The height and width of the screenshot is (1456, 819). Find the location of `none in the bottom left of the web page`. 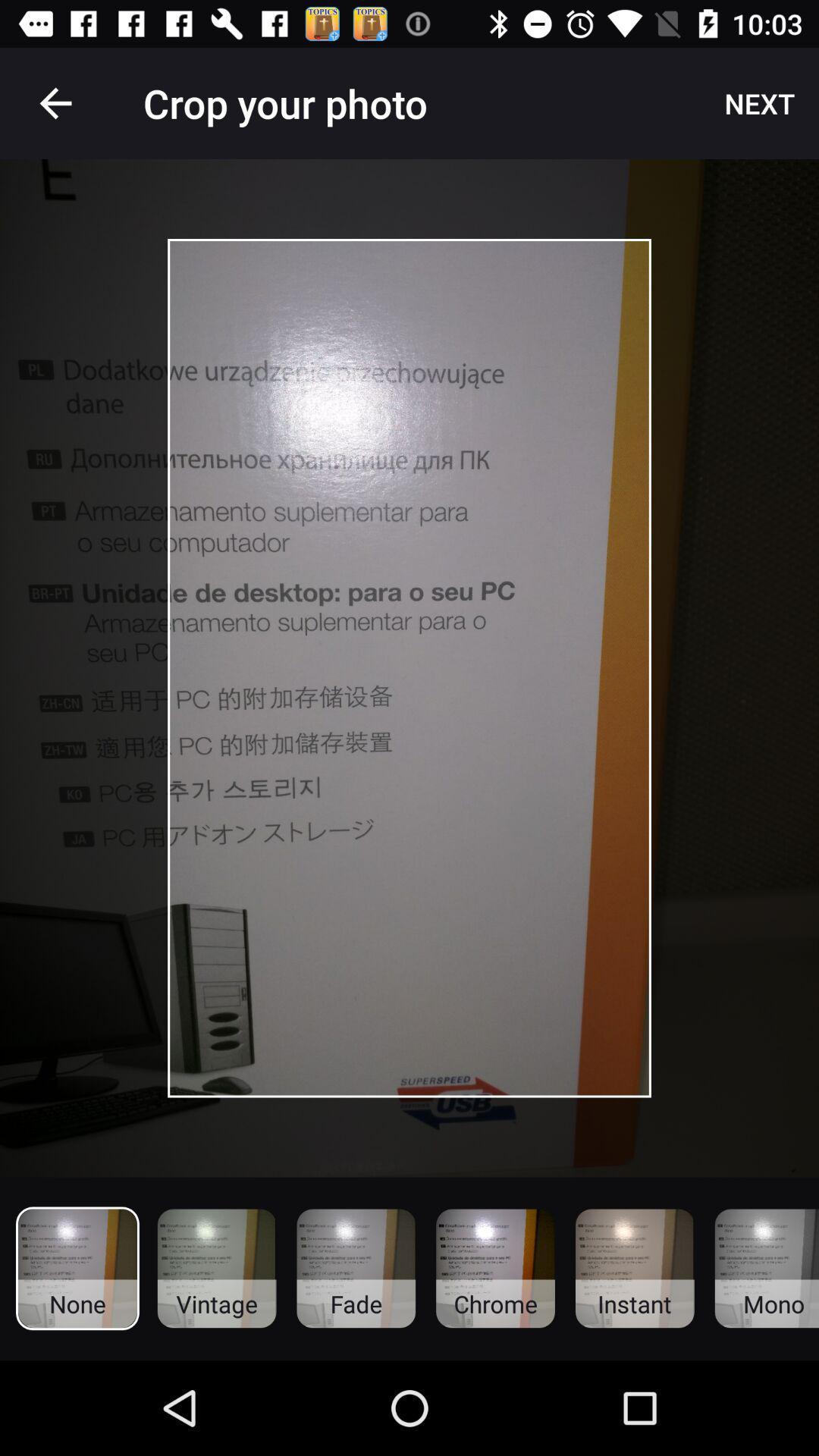

none in the bottom left of the web page is located at coordinates (77, 1269).